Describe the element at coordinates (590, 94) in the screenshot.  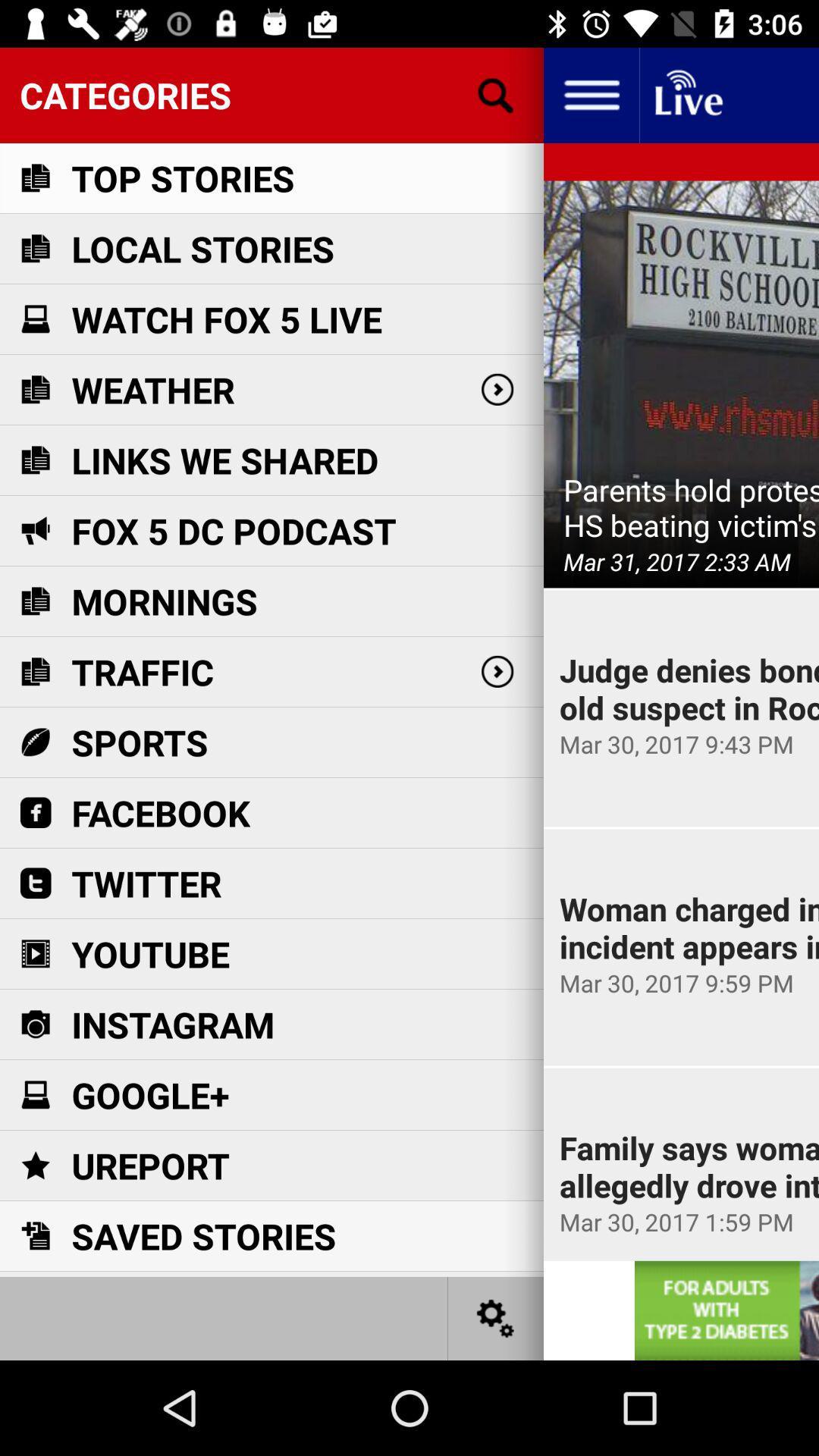
I see `sidebar` at that location.